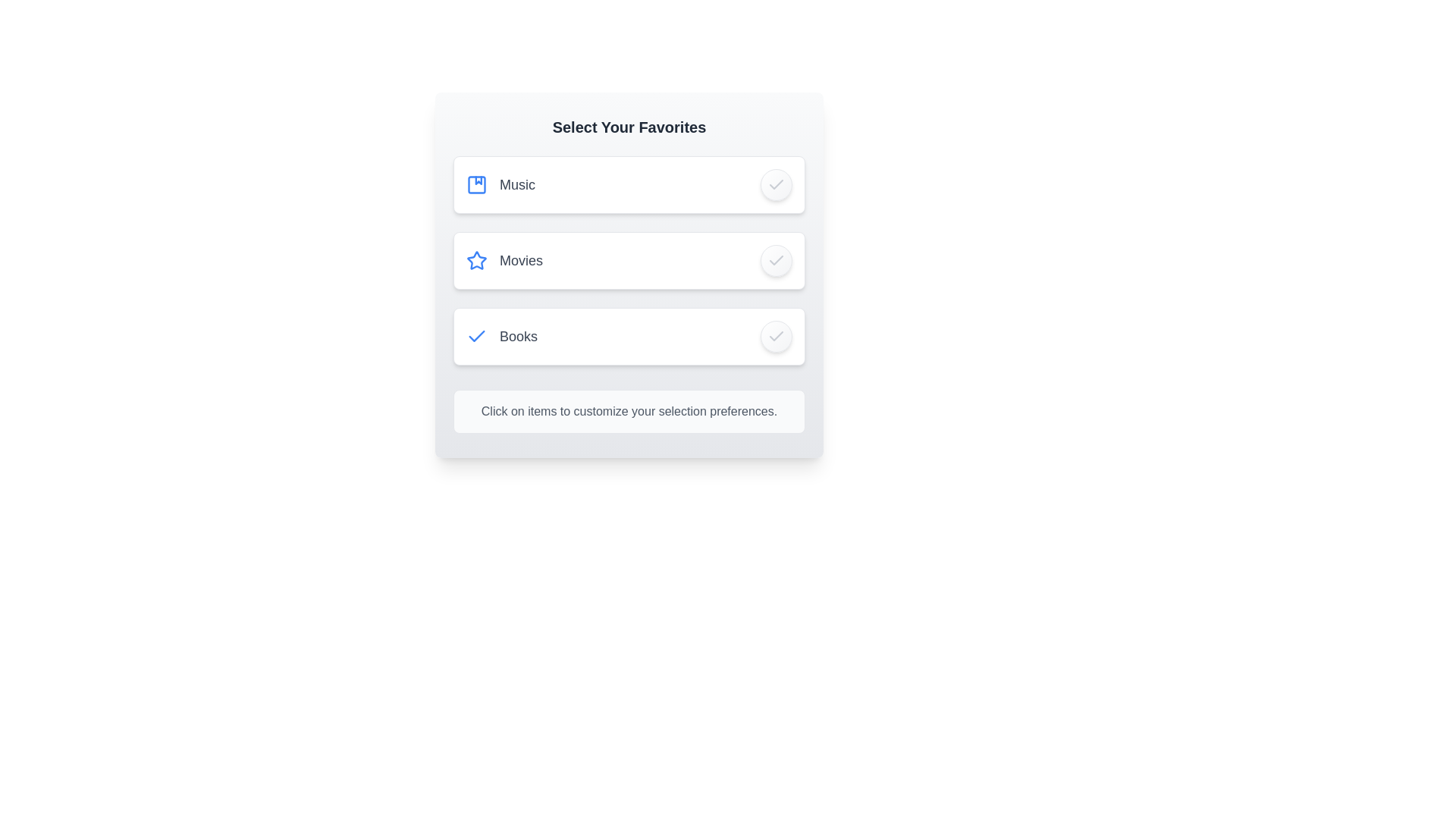 The width and height of the screenshot is (1456, 819). What do you see at coordinates (519, 335) in the screenshot?
I see `text label for the 'Books' selection option, which is identified by its position below 'Music' and 'Movies' and has a blue check icon to its left` at bounding box center [519, 335].